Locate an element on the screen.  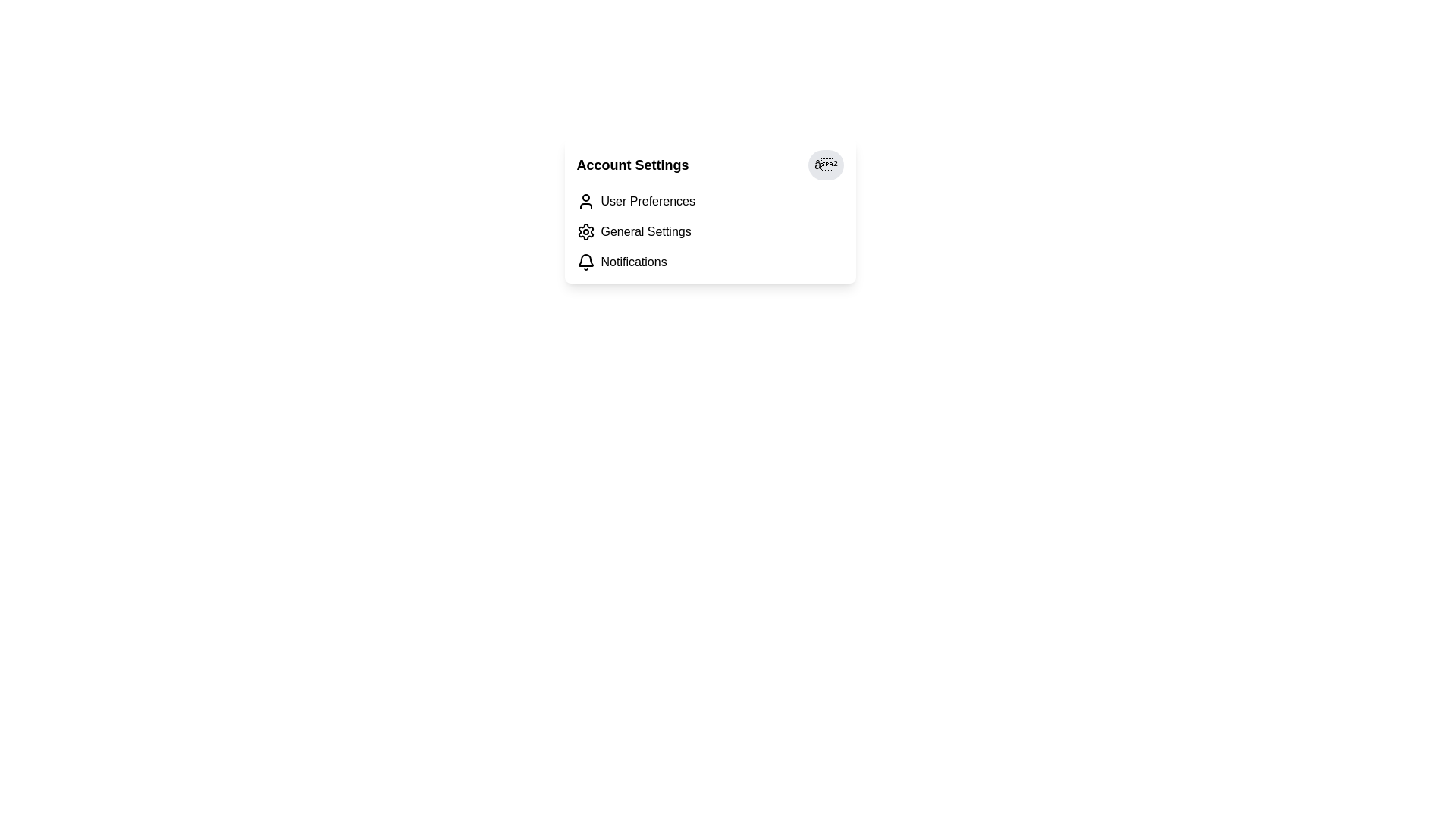
the notifications navigation label located in the 'Account Settings' panel is located at coordinates (634, 262).